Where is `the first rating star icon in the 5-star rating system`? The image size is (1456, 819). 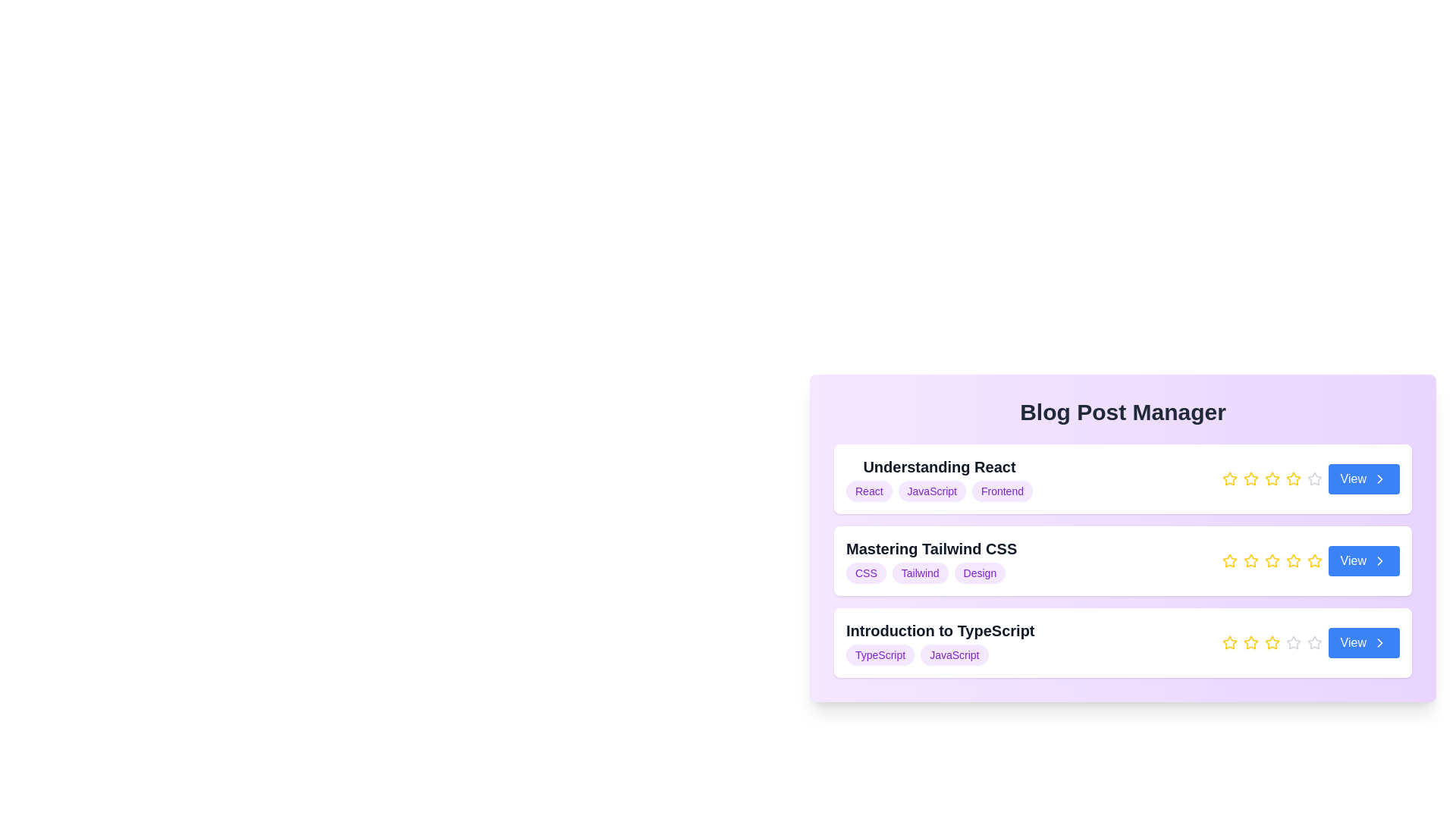 the first rating star icon in the 5-star rating system is located at coordinates (1229, 479).